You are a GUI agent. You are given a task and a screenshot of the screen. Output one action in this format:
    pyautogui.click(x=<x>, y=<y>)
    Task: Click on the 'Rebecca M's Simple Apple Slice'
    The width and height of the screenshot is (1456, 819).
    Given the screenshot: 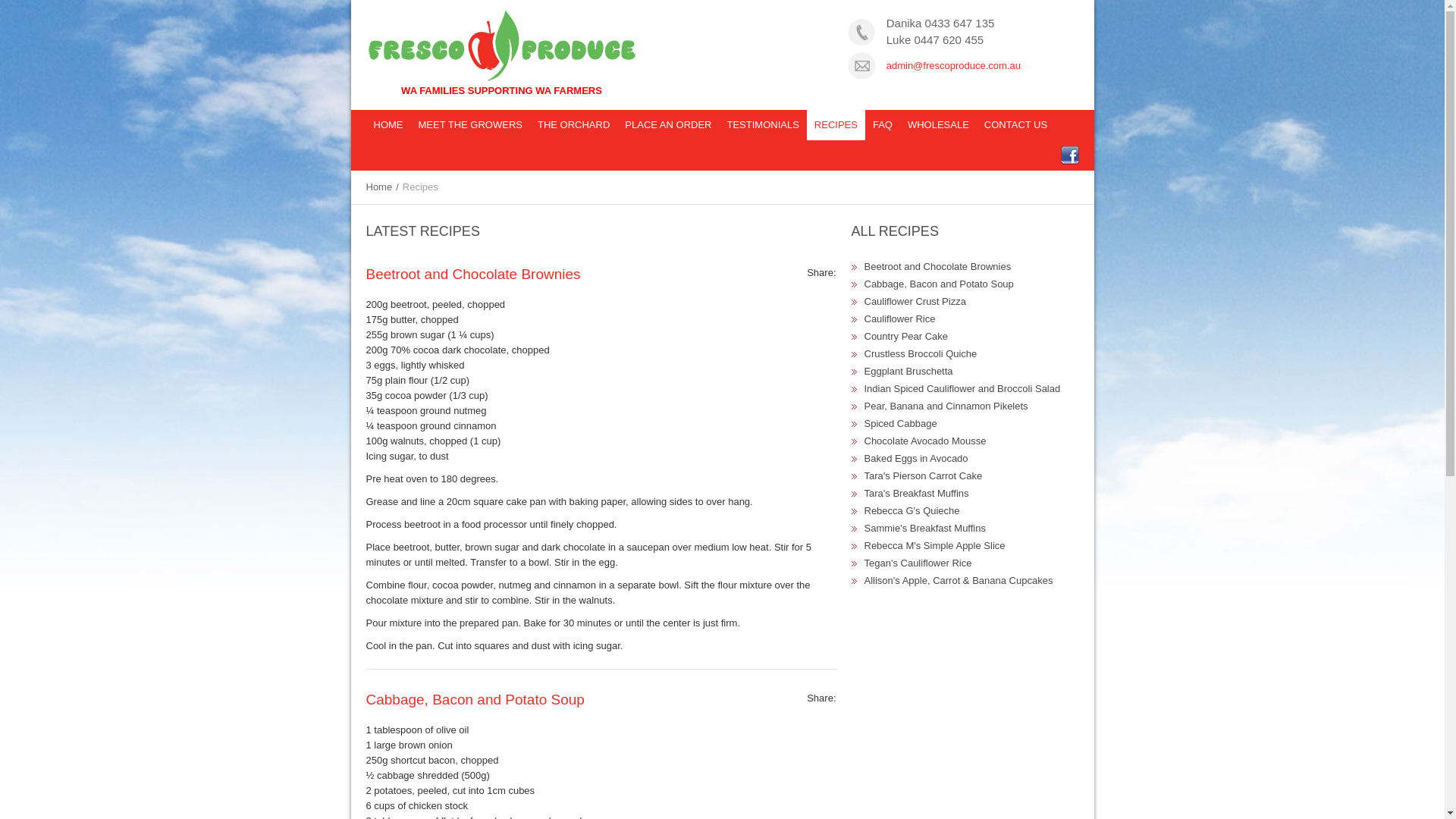 What is the action you would take?
    pyautogui.click(x=934, y=544)
    